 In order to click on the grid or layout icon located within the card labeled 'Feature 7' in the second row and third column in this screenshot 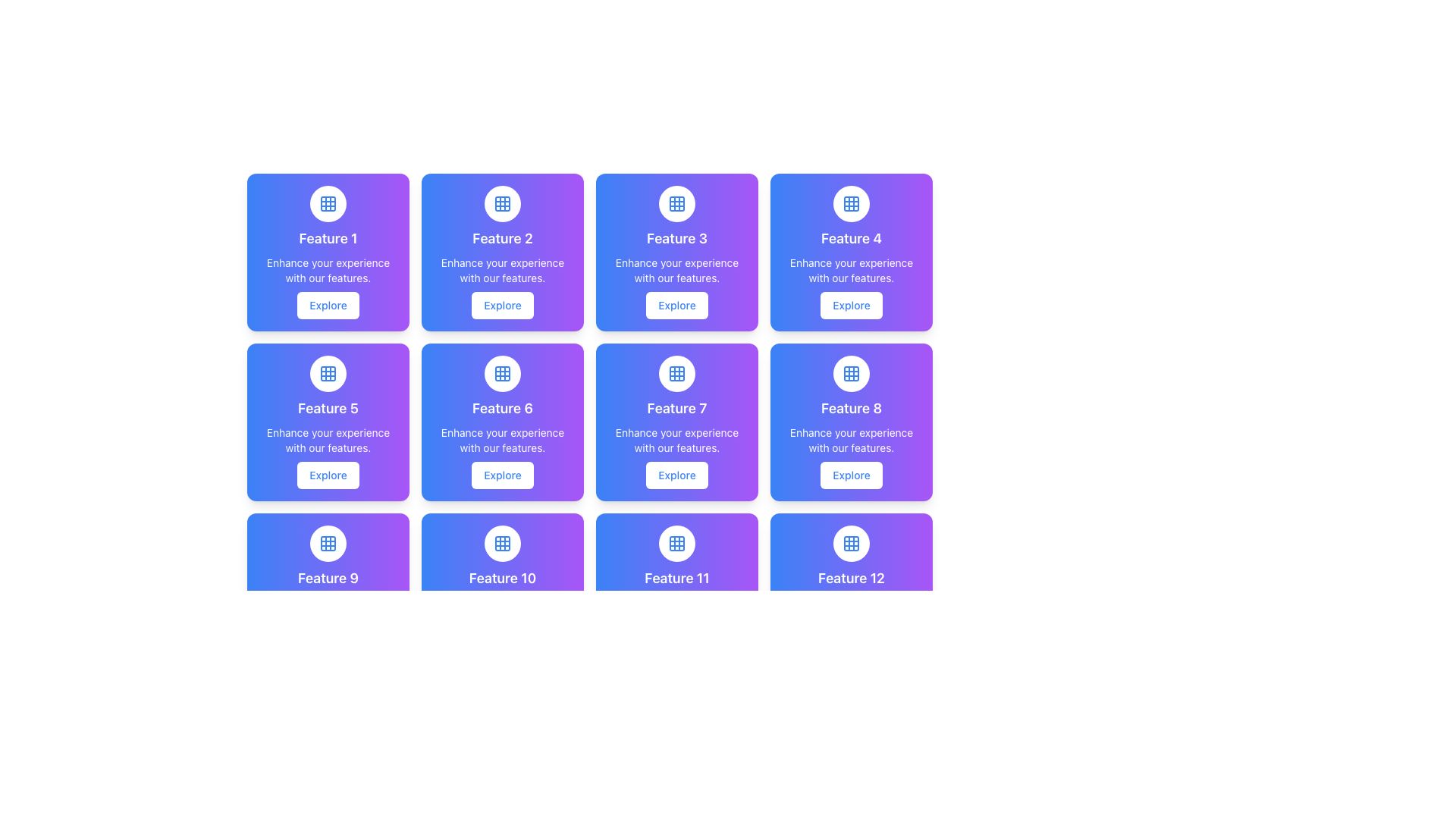, I will do `click(676, 374)`.